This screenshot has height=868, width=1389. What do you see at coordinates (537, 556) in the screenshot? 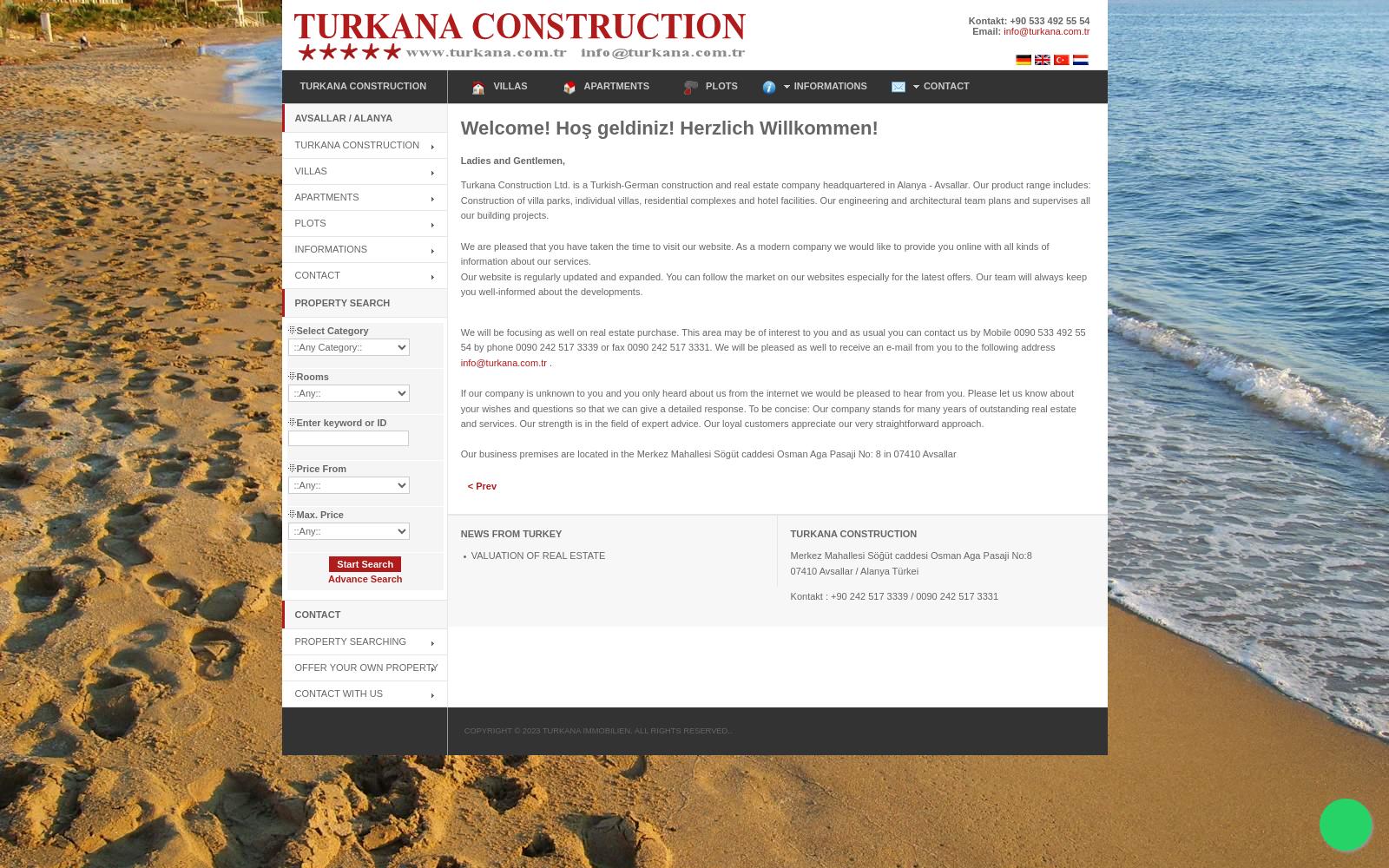
I see `'VALUATION OF REAL ESTATE'` at bounding box center [537, 556].